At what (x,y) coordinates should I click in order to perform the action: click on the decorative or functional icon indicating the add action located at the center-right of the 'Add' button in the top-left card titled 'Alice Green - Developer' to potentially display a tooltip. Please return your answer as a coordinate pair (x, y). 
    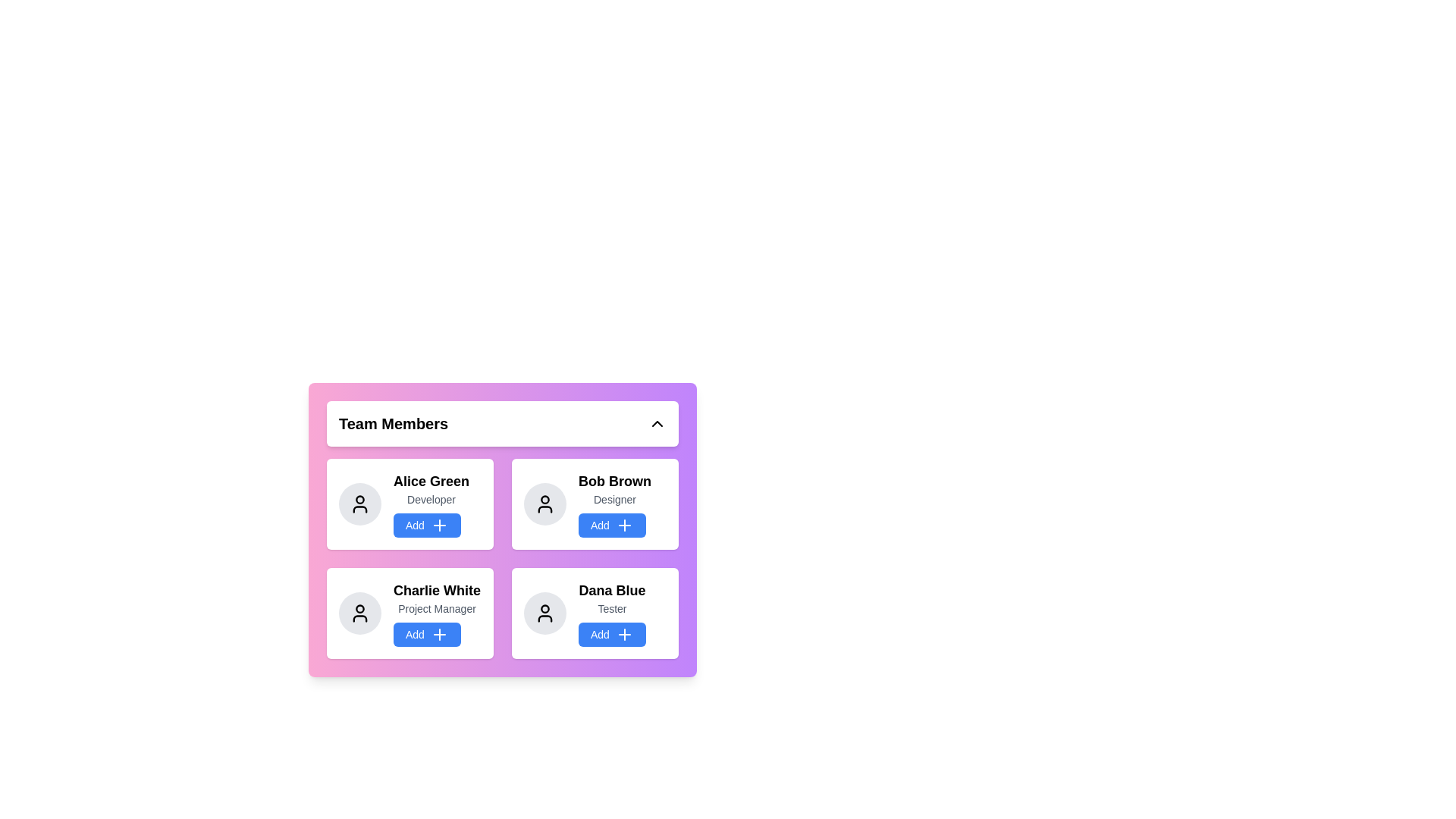
    Looking at the image, I should click on (438, 525).